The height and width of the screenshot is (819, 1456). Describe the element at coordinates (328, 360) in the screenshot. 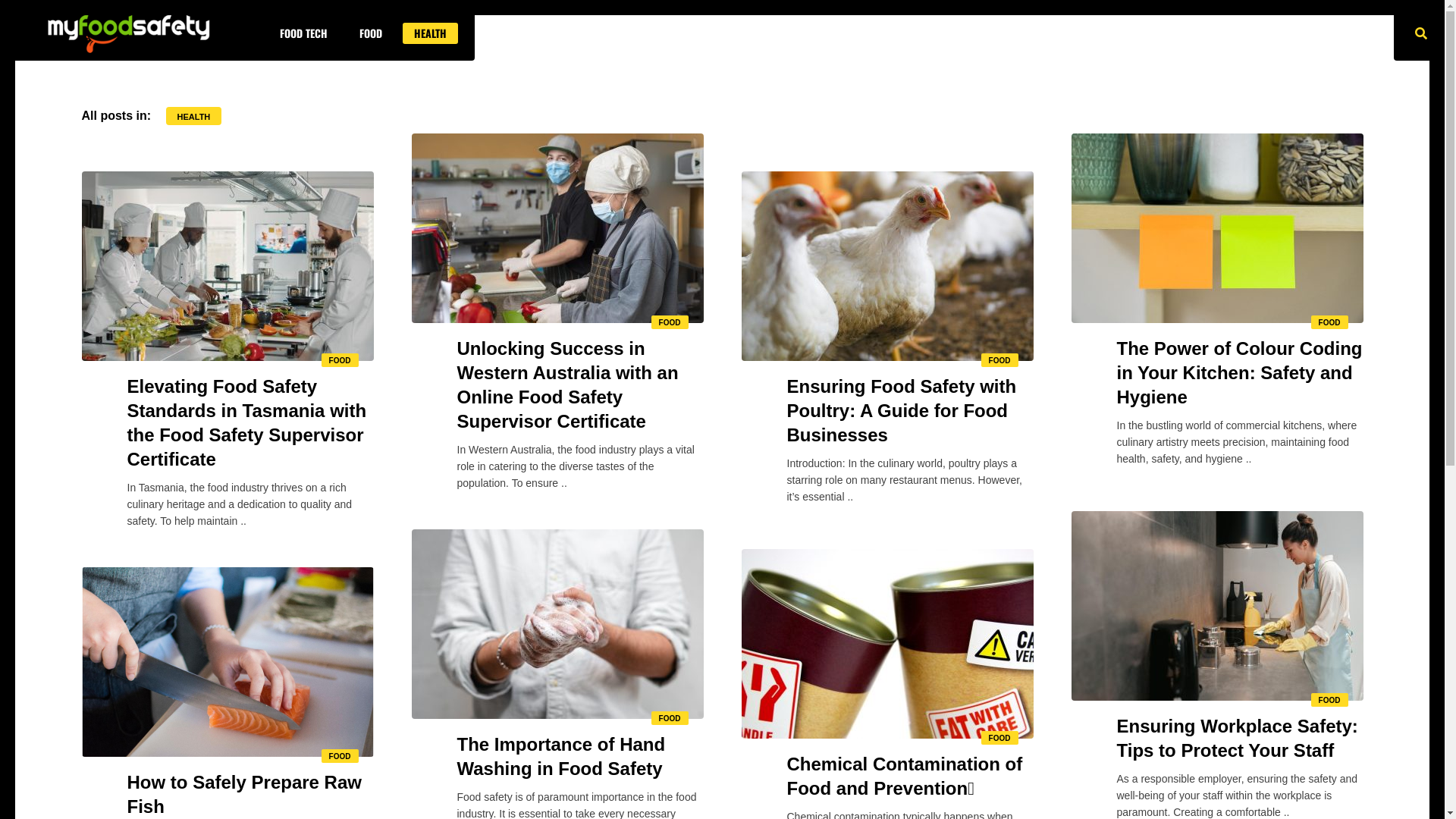

I see `'FOOD'` at that location.